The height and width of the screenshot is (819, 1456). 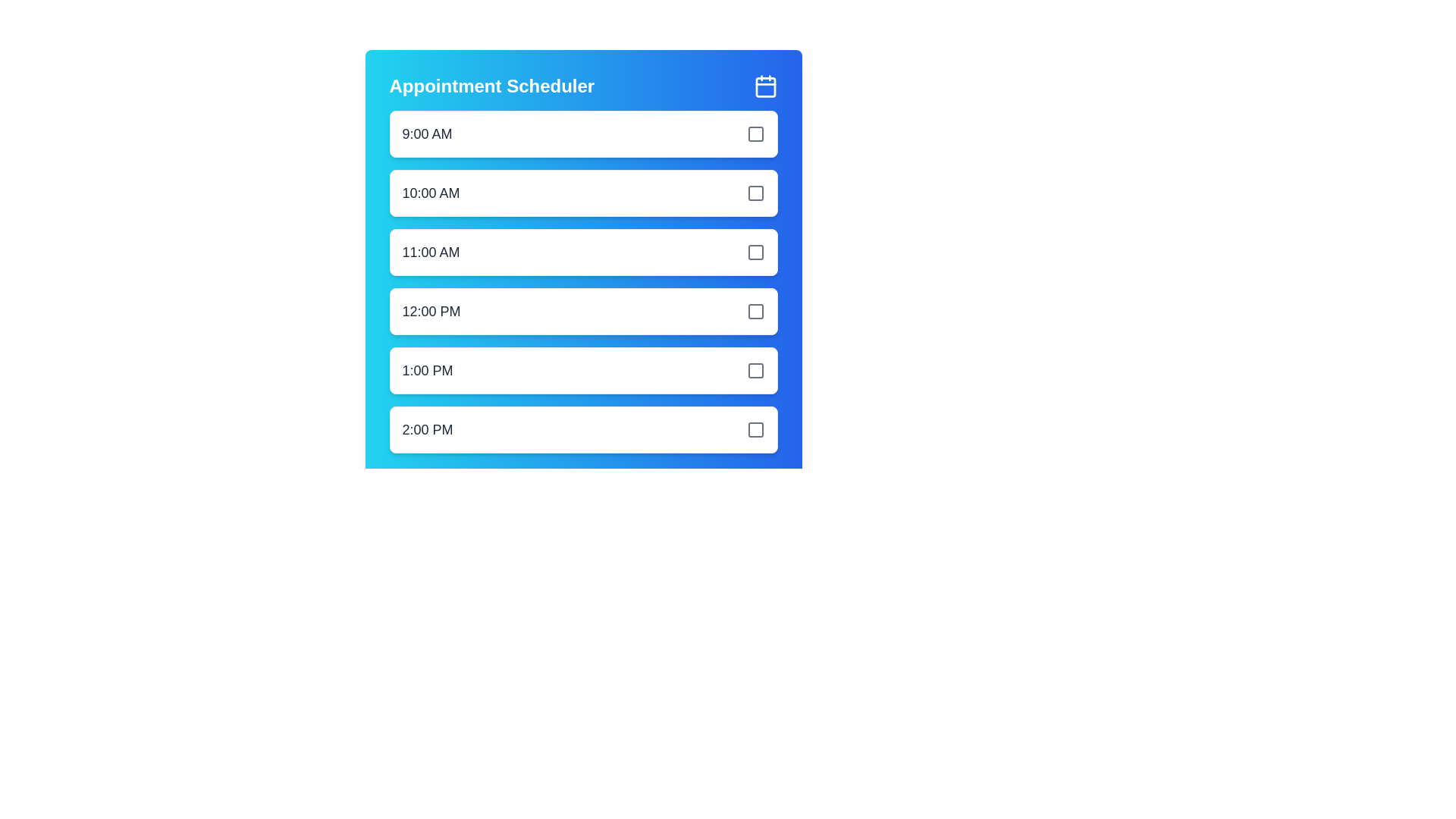 What do you see at coordinates (582, 133) in the screenshot?
I see `the time slot 9:00 AM by clicking on its corresponding interactive element` at bounding box center [582, 133].